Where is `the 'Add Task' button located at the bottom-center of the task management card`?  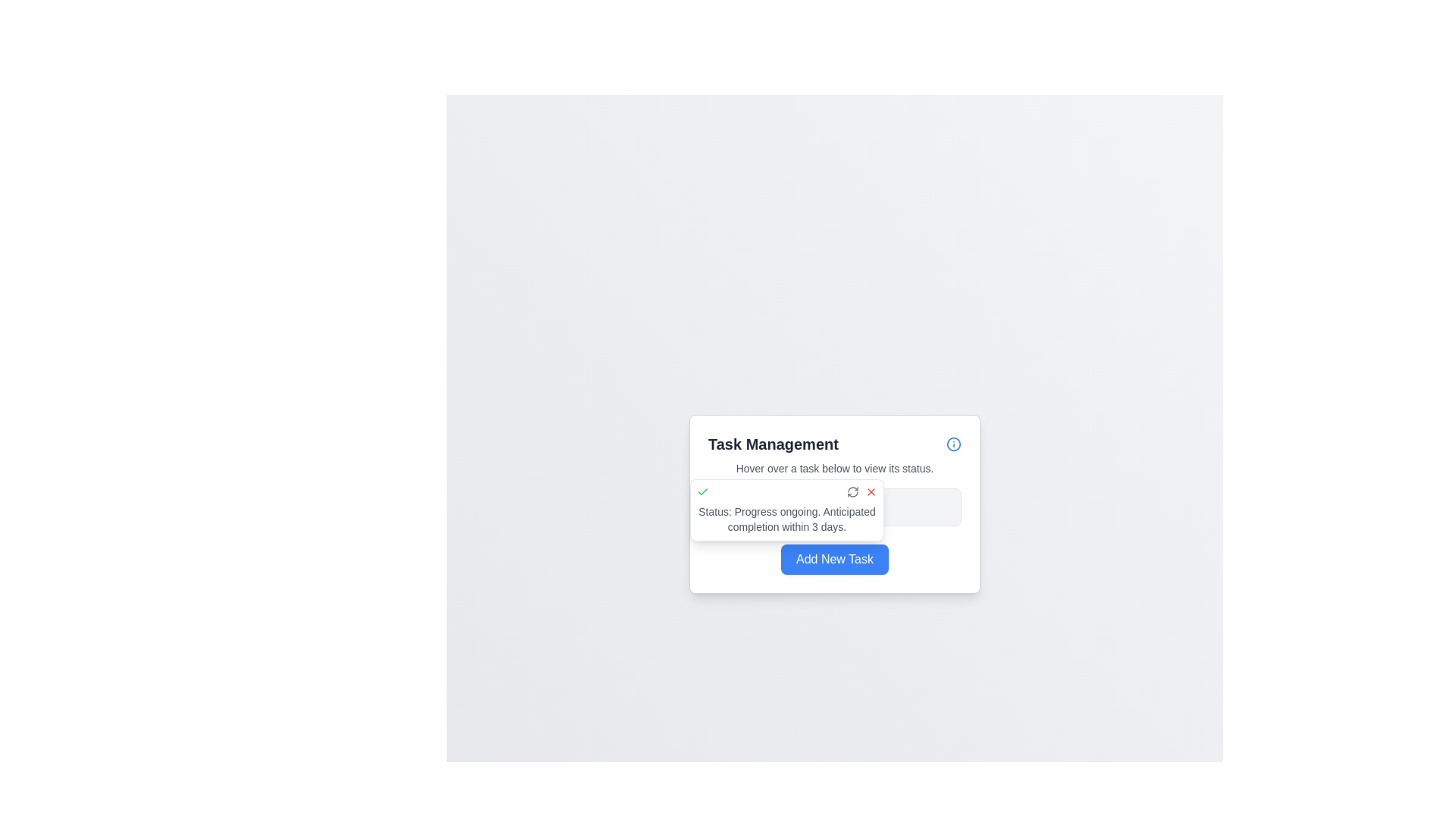
the 'Add Task' button located at the bottom-center of the task management card is located at coordinates (833, 559).